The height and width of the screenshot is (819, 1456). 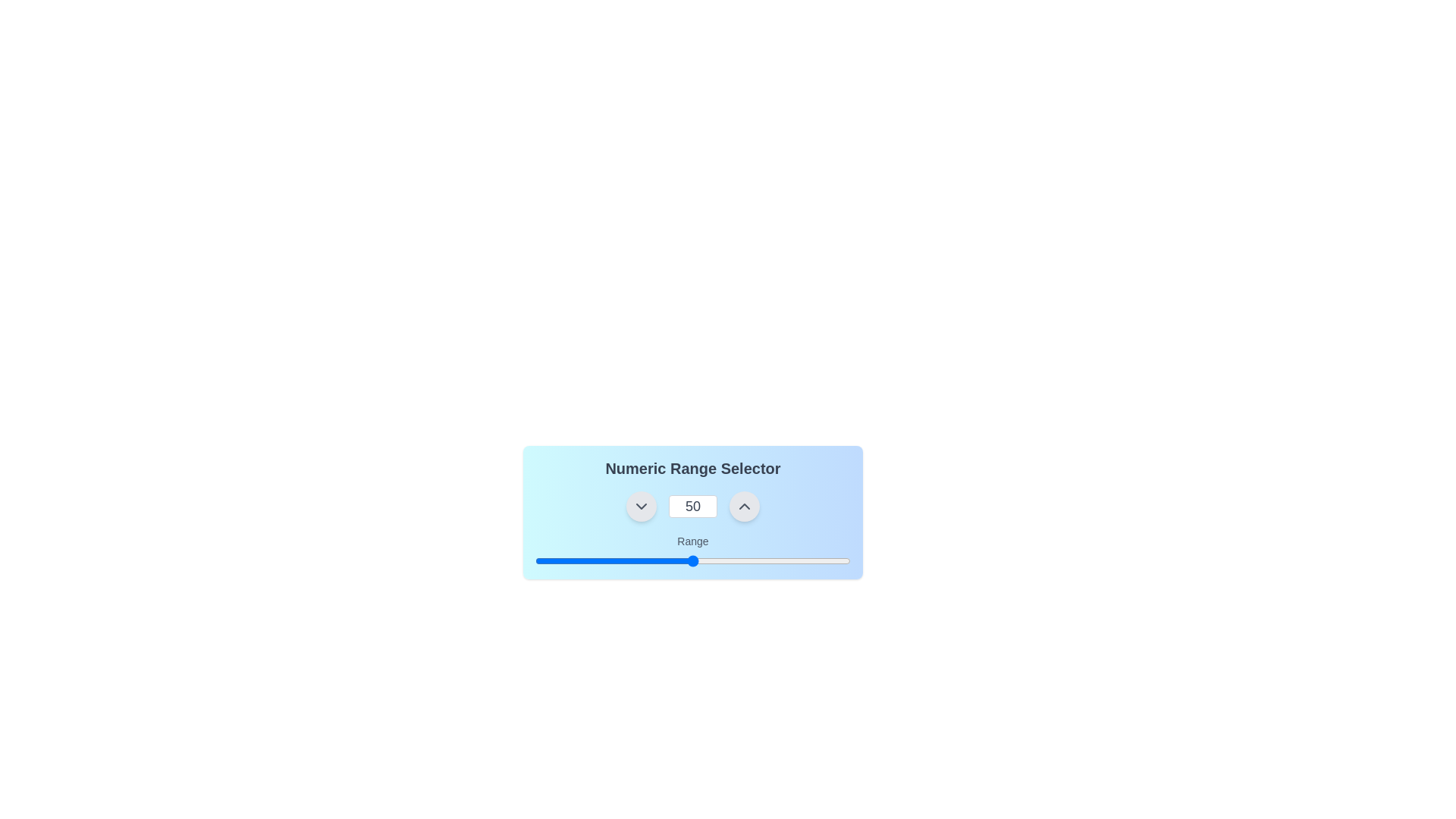 I want to click on range, so click(x=572, y=561).